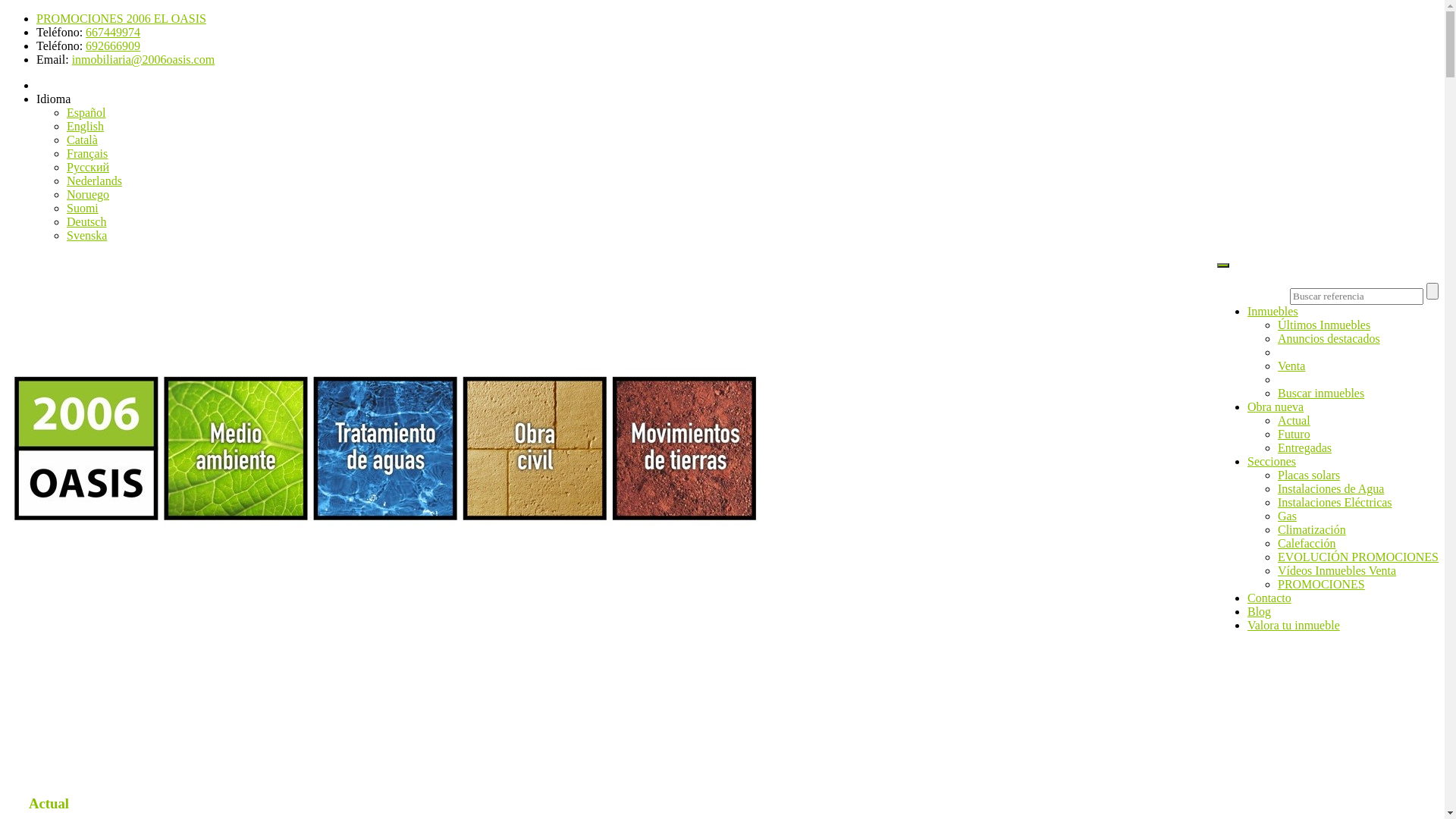 The image size is (1456, 819). What do you see at coordinates (86, 193) in the screenshot?
I see `'Noruego'` at bounding box center [86, 193].